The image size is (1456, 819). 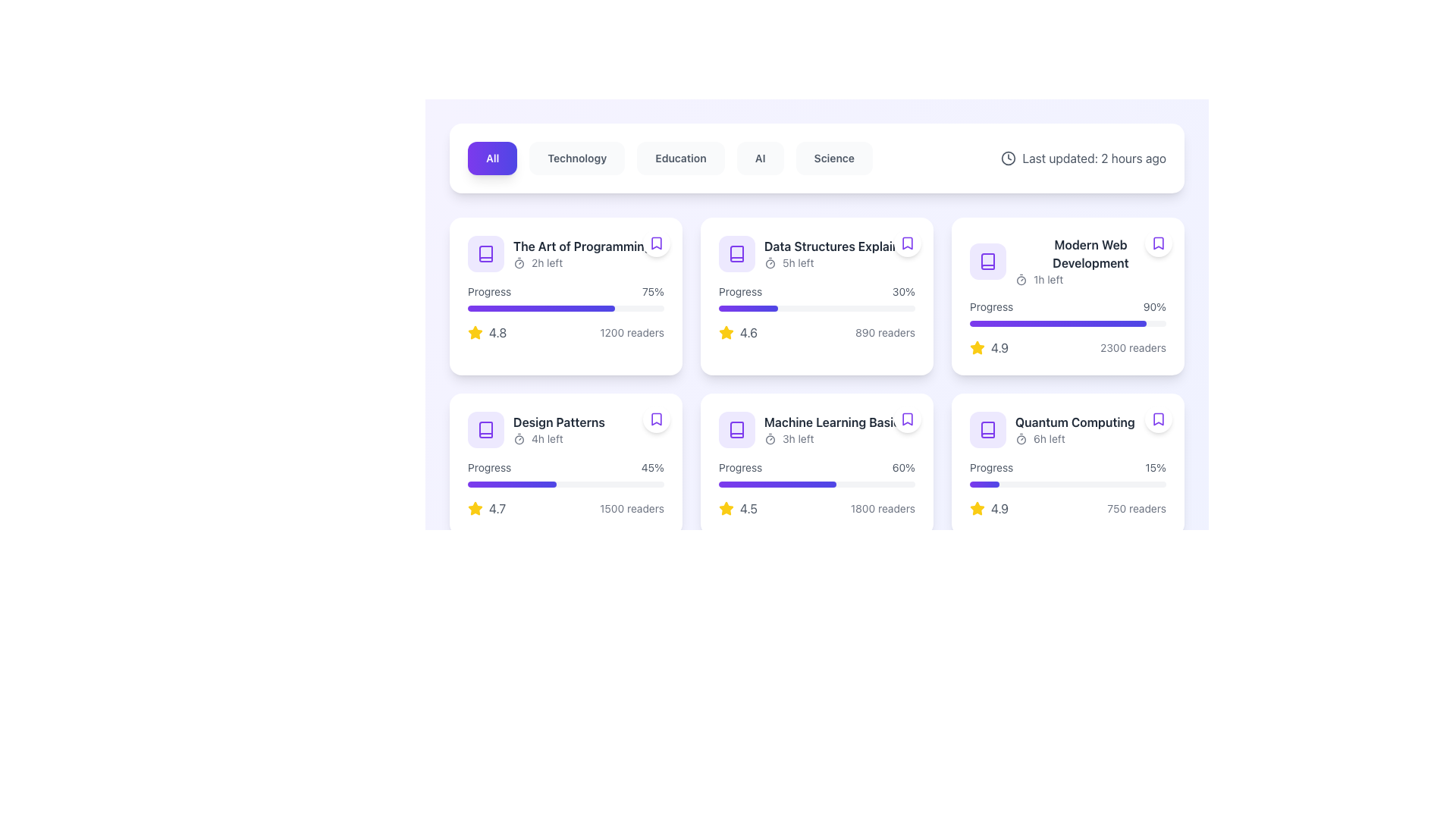 What do you see at coordinates (1021, 438) in the screenshot?
I see `the small circular timer icon located next to the text '6h left' within the 'Quantum Computing' item card` at bounding box center [1021, 438].